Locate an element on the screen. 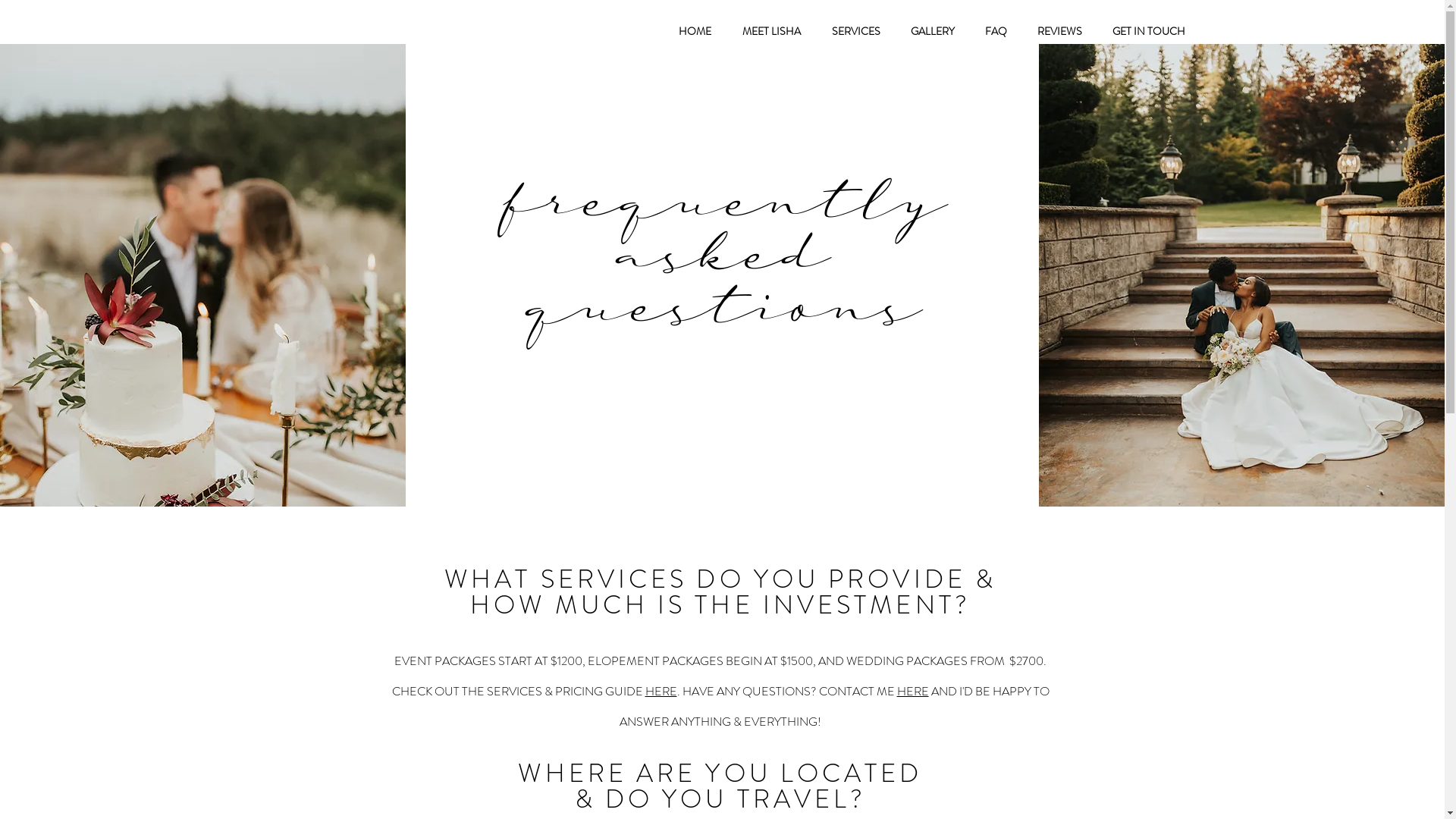 Image resolution: width=1456 pixels, height=819 pixels. 'SERVICES' is located at coordinates (814, 31).